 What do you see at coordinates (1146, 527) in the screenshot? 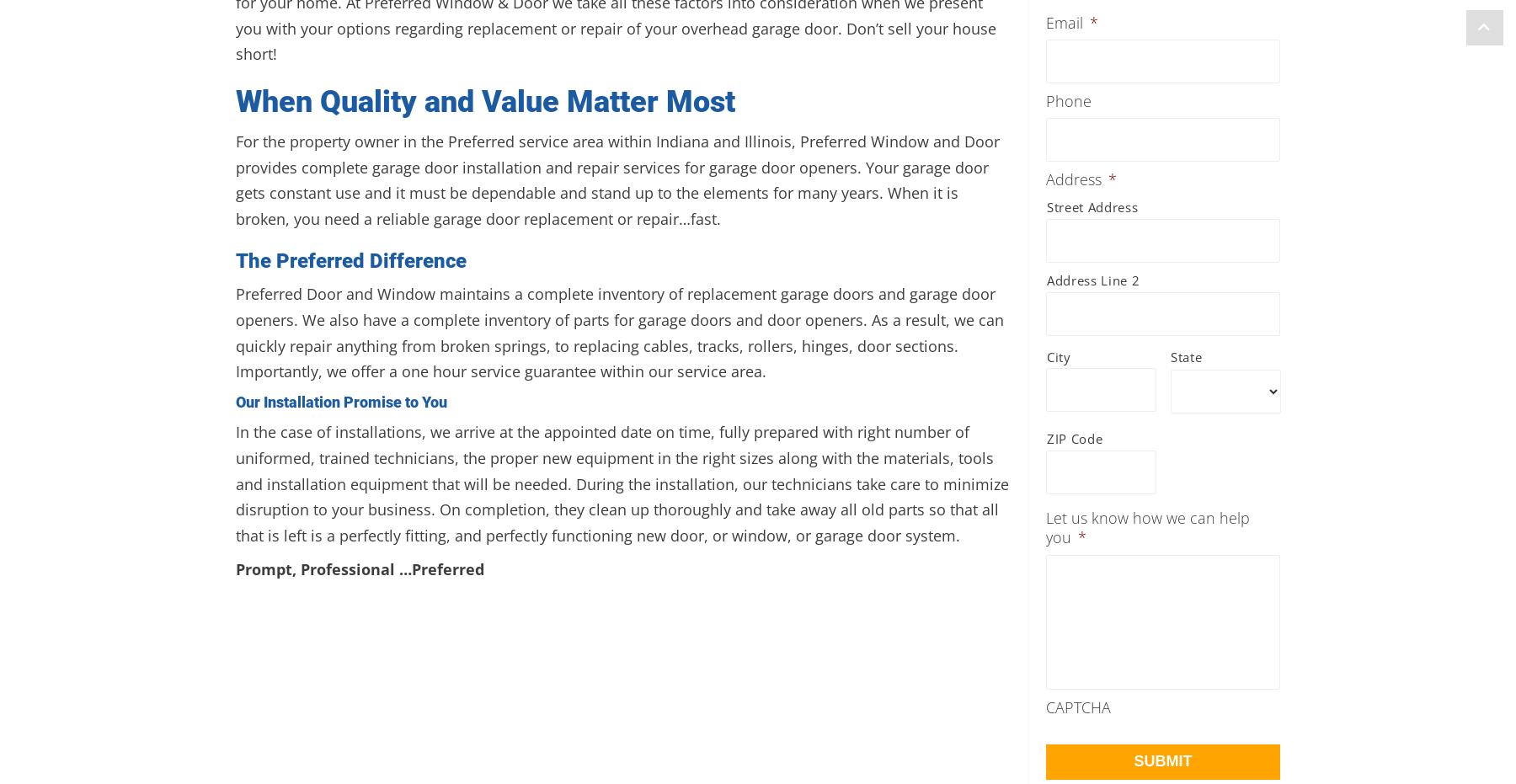
I see `'Let us know how we can help you'` at bounding box center [1146, 527].